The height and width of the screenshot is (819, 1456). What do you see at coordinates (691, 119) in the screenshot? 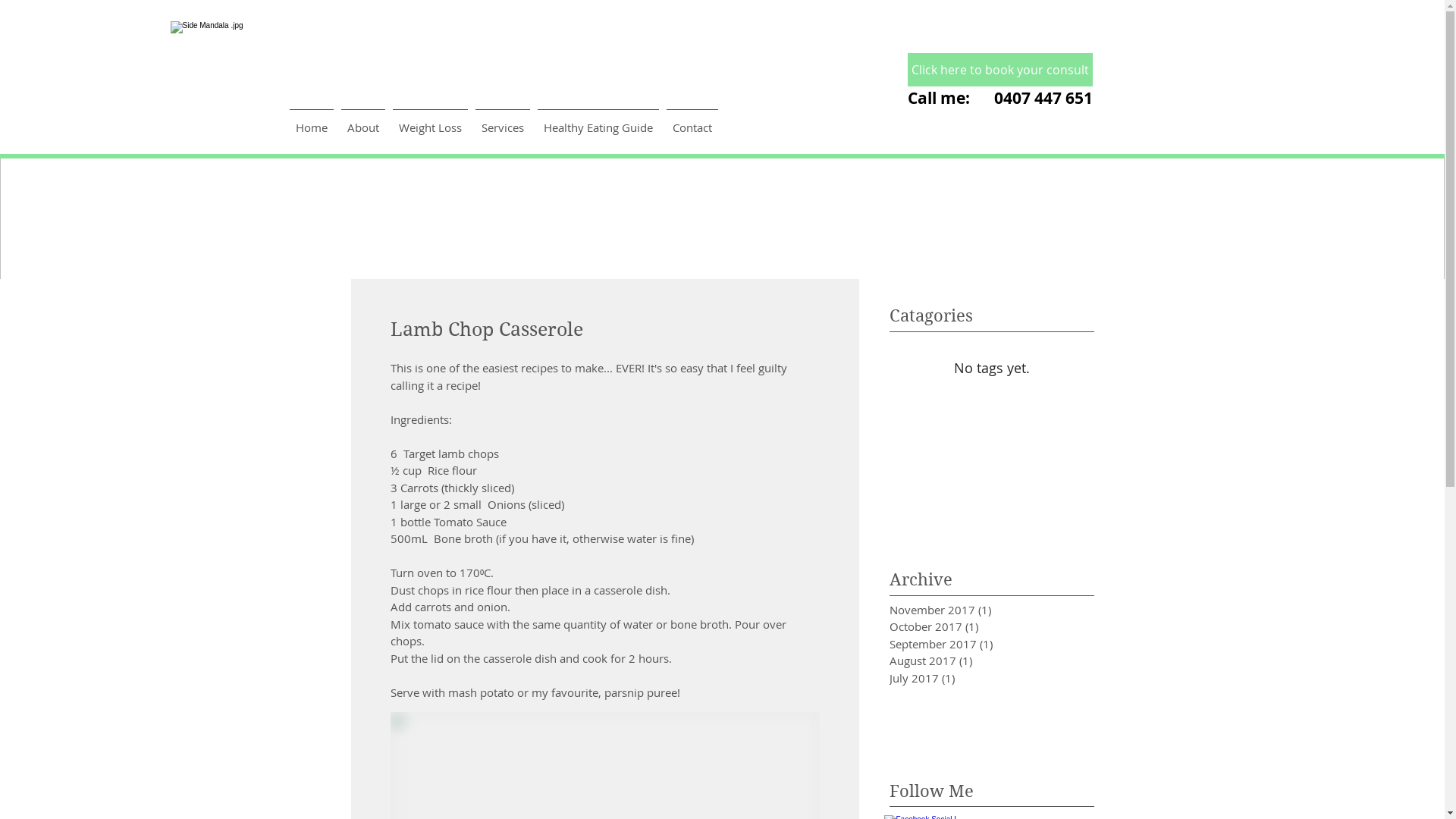
I see `'Contact'` at bounding box center [691, 119].